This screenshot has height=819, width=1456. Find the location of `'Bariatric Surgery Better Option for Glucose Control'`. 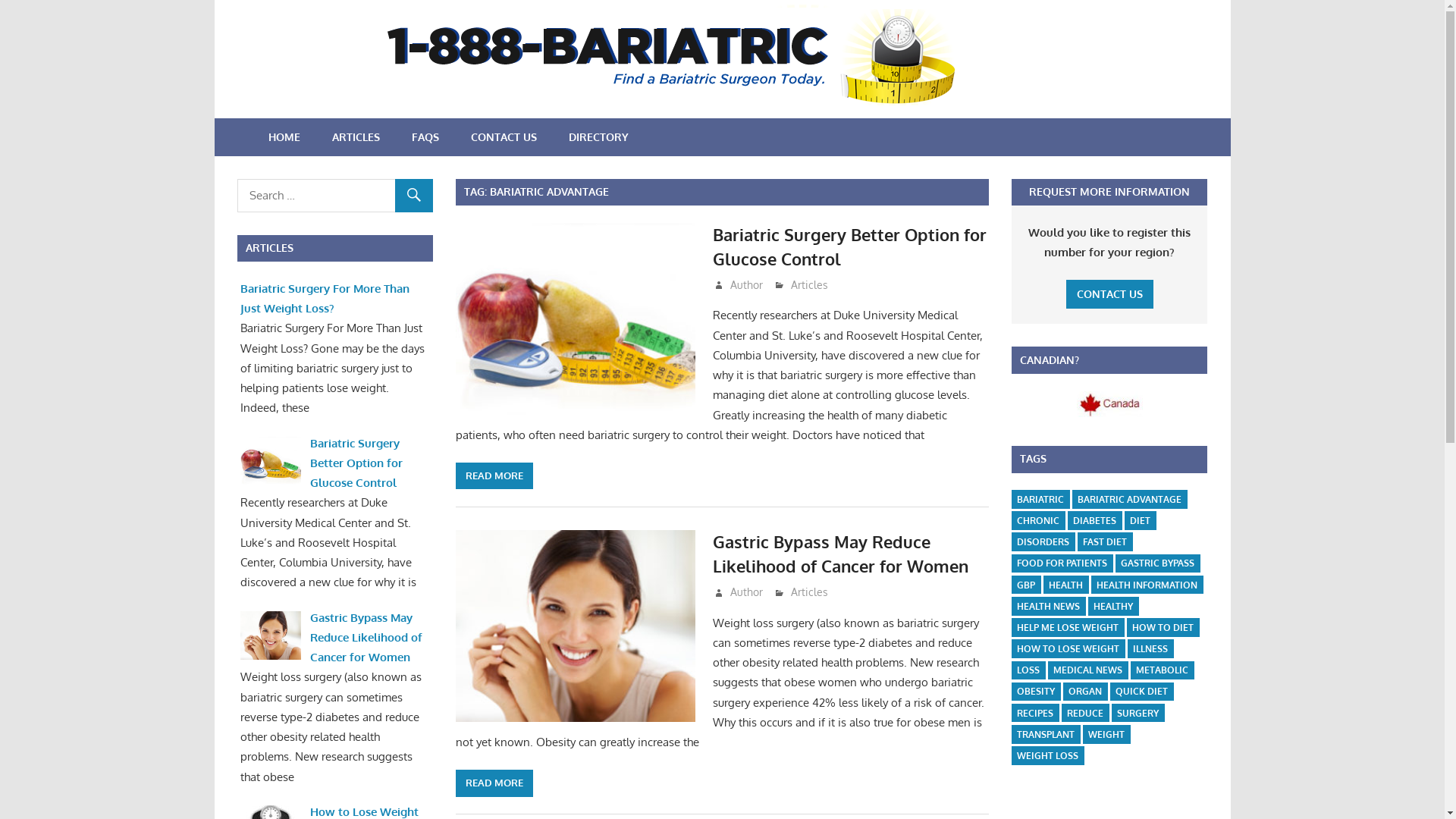

'Bariatric Surgery Better Option for Glucose Control' is located at coordinates (849, 245).